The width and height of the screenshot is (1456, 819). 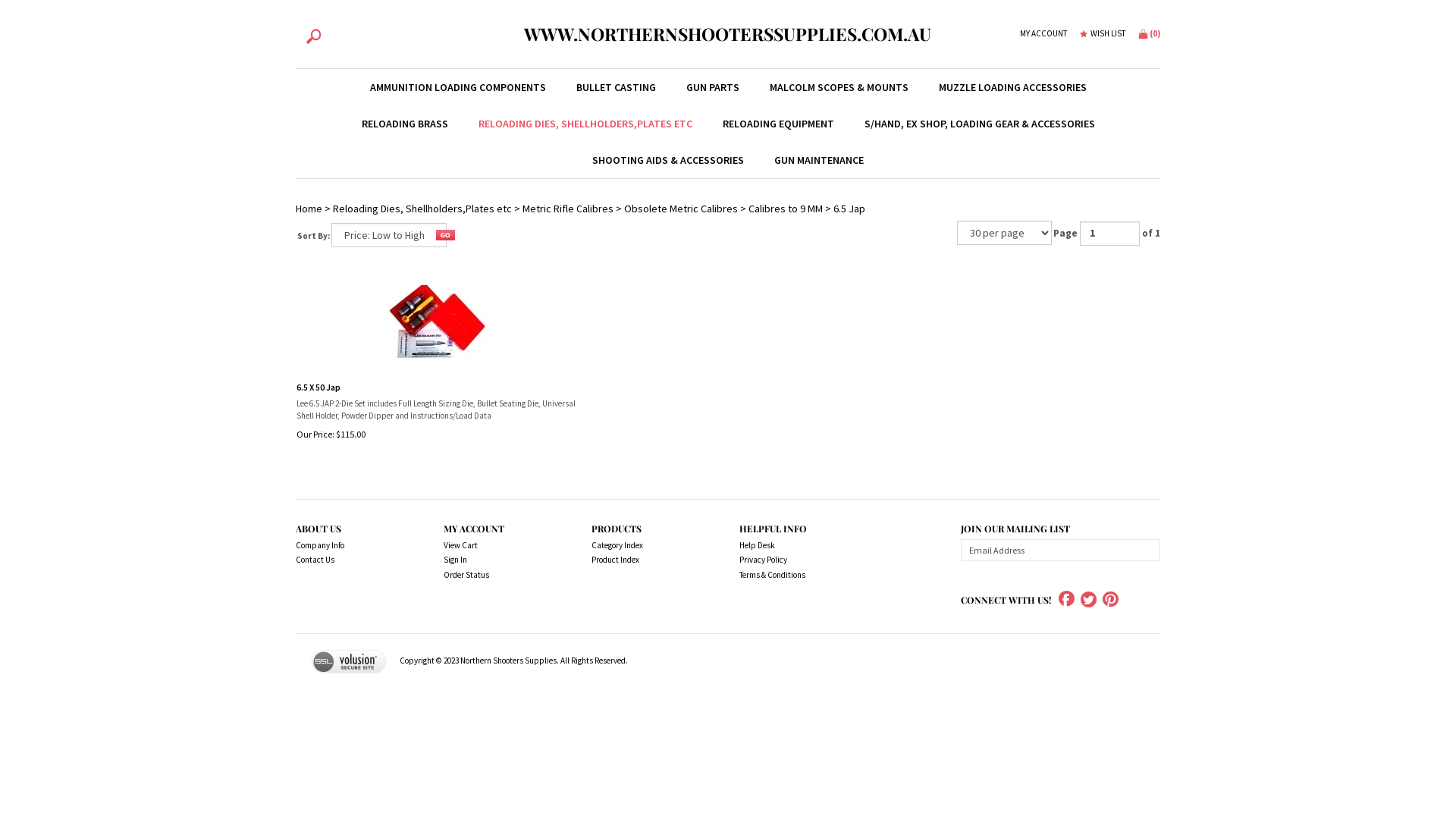 What do you see at coordinates (795, 546) in the screenshot?
I see `'Help Desk'` at bounding box center [795, 546].